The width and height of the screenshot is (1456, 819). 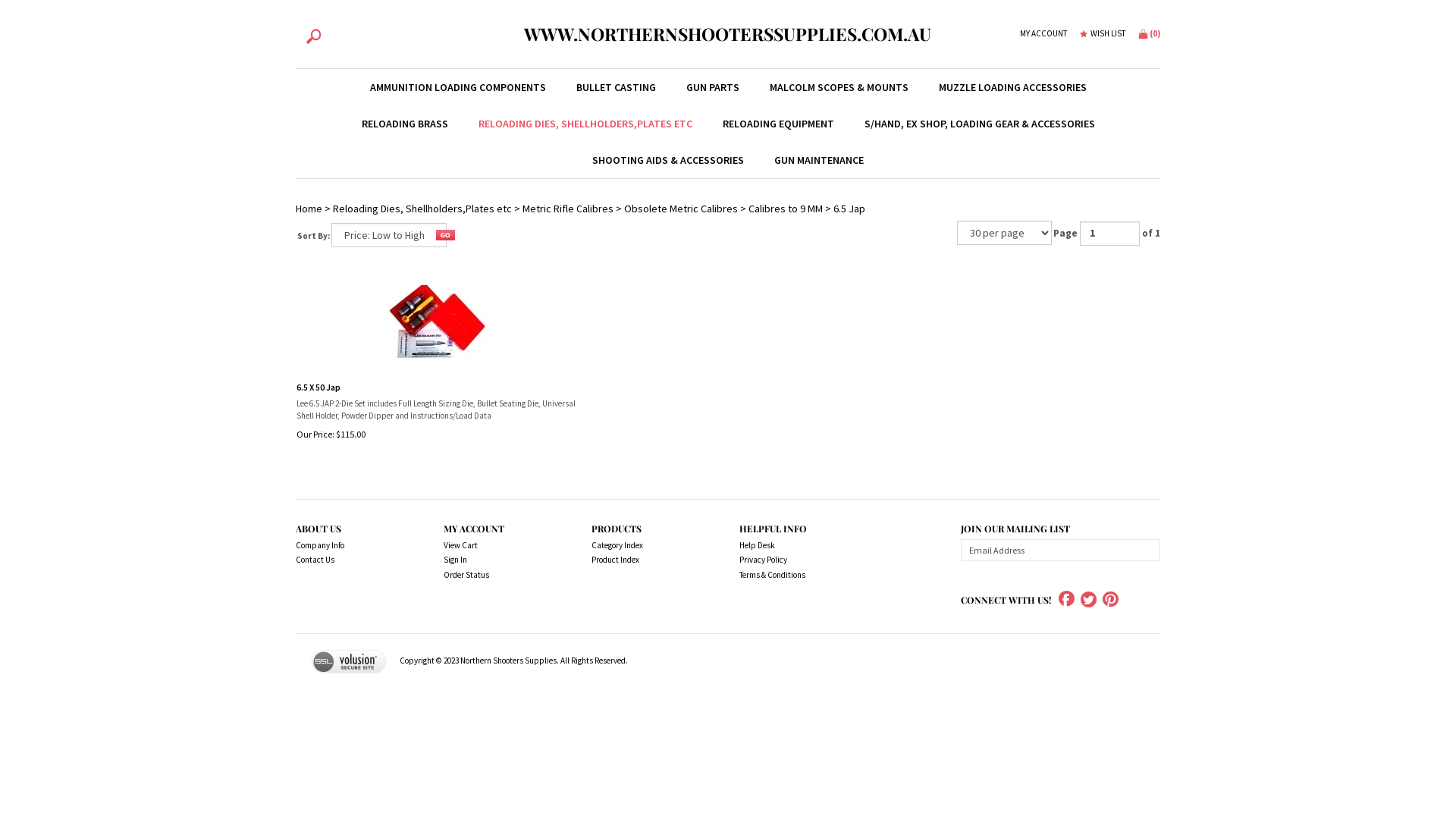 What do you see at coordinates (795, 546) in the screenshot?
I see `'Help Desk'` at bounding box center [795, 546].